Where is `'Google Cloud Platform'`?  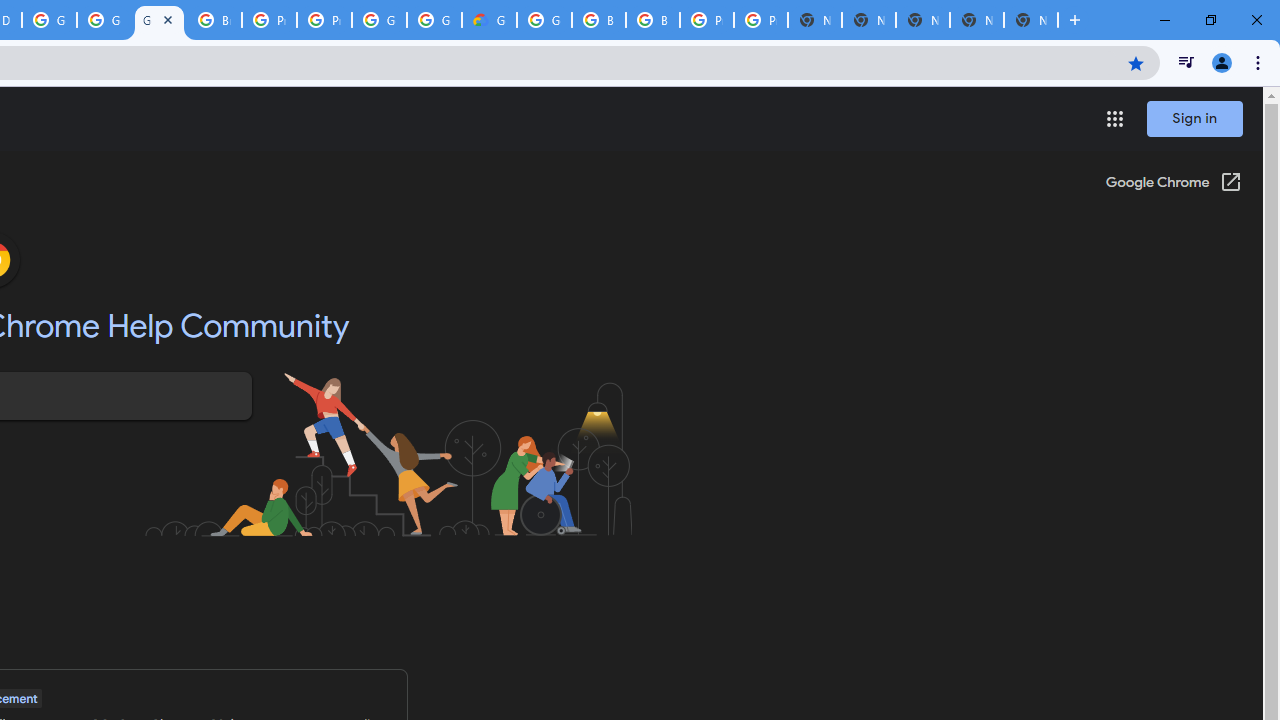 'Google Cloud Platform' is located at coordinates (379, 20).